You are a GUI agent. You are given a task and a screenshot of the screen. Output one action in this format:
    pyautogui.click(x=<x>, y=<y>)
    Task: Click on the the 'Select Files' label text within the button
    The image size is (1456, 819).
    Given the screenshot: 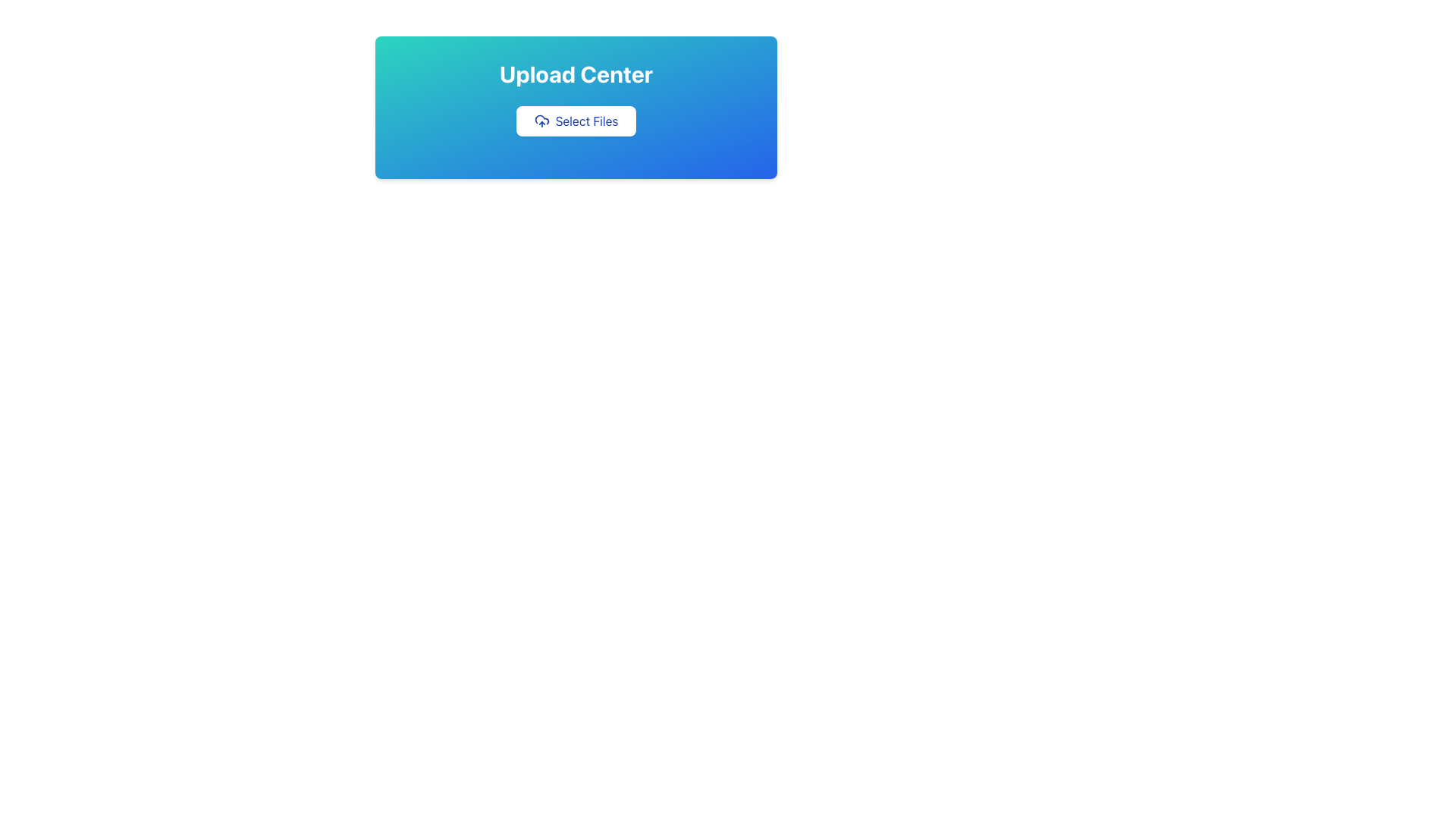 What is the action you would take?
    pyautogui.click(x=585, y=120)
    